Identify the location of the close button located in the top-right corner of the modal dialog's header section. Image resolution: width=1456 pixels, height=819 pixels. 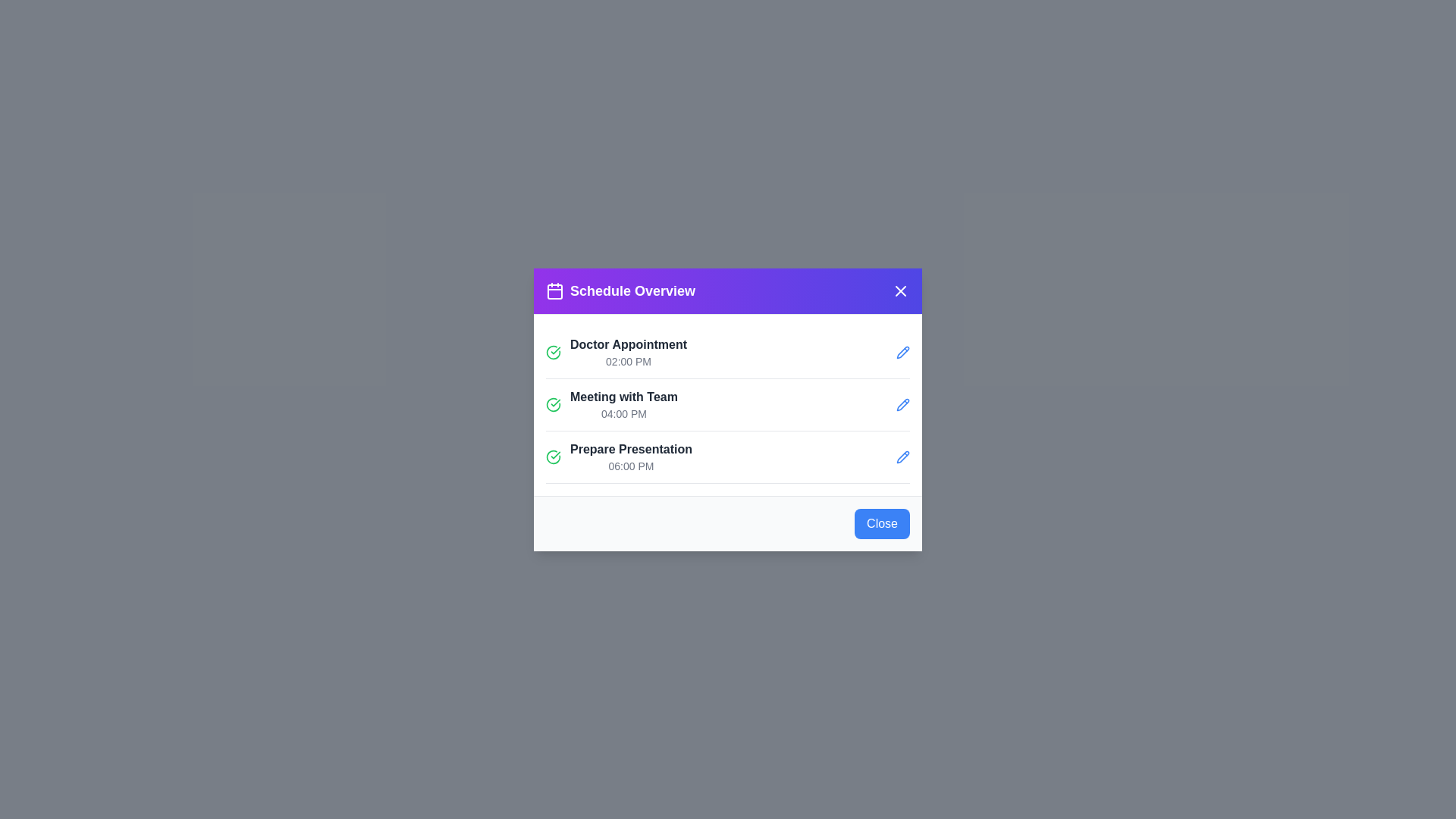
(901, 290).